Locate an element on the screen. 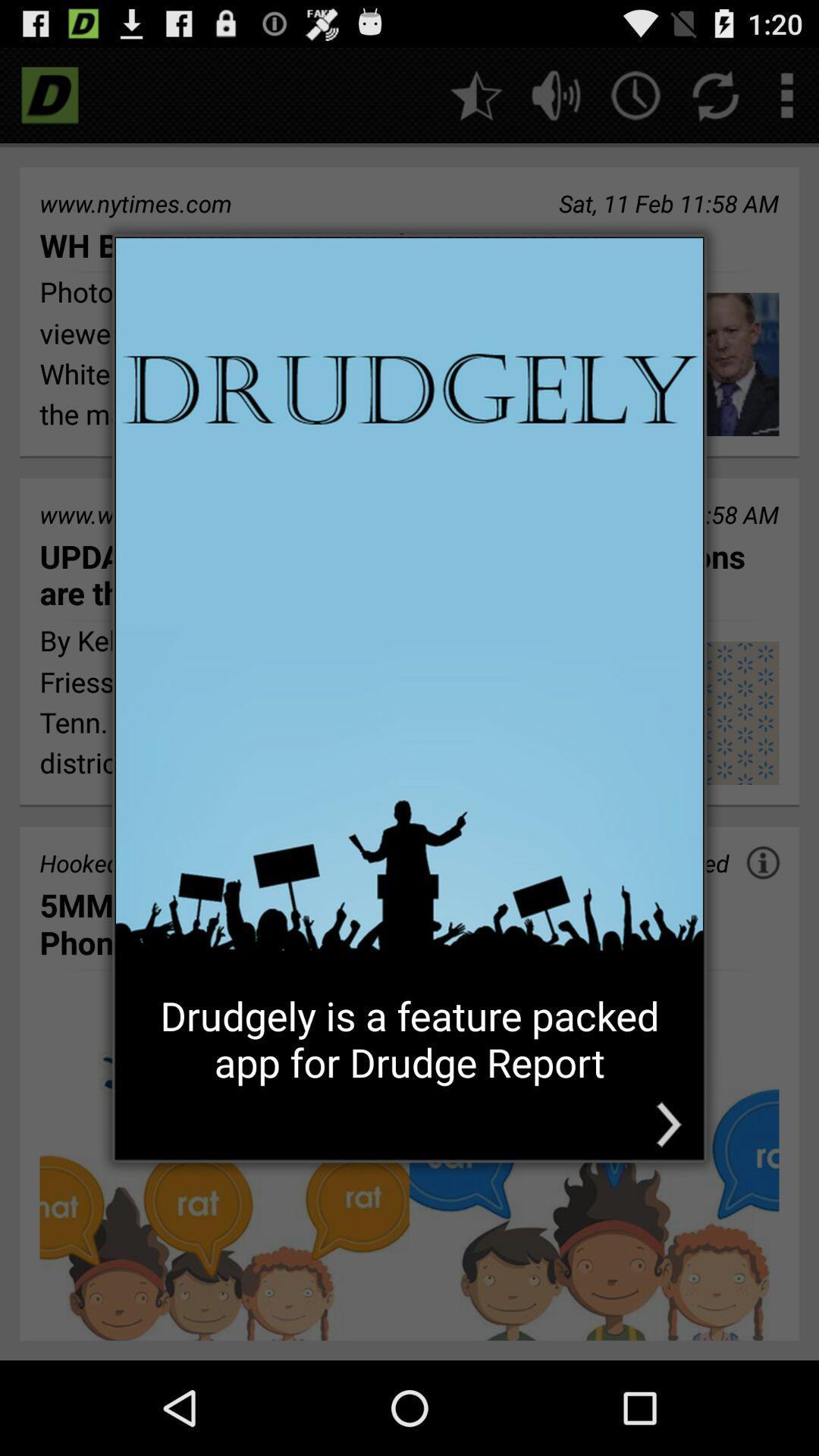 The height and width of the screenshot is (1456, 819). the icon at the bottom right corner is located at coordinates (668, 1125).